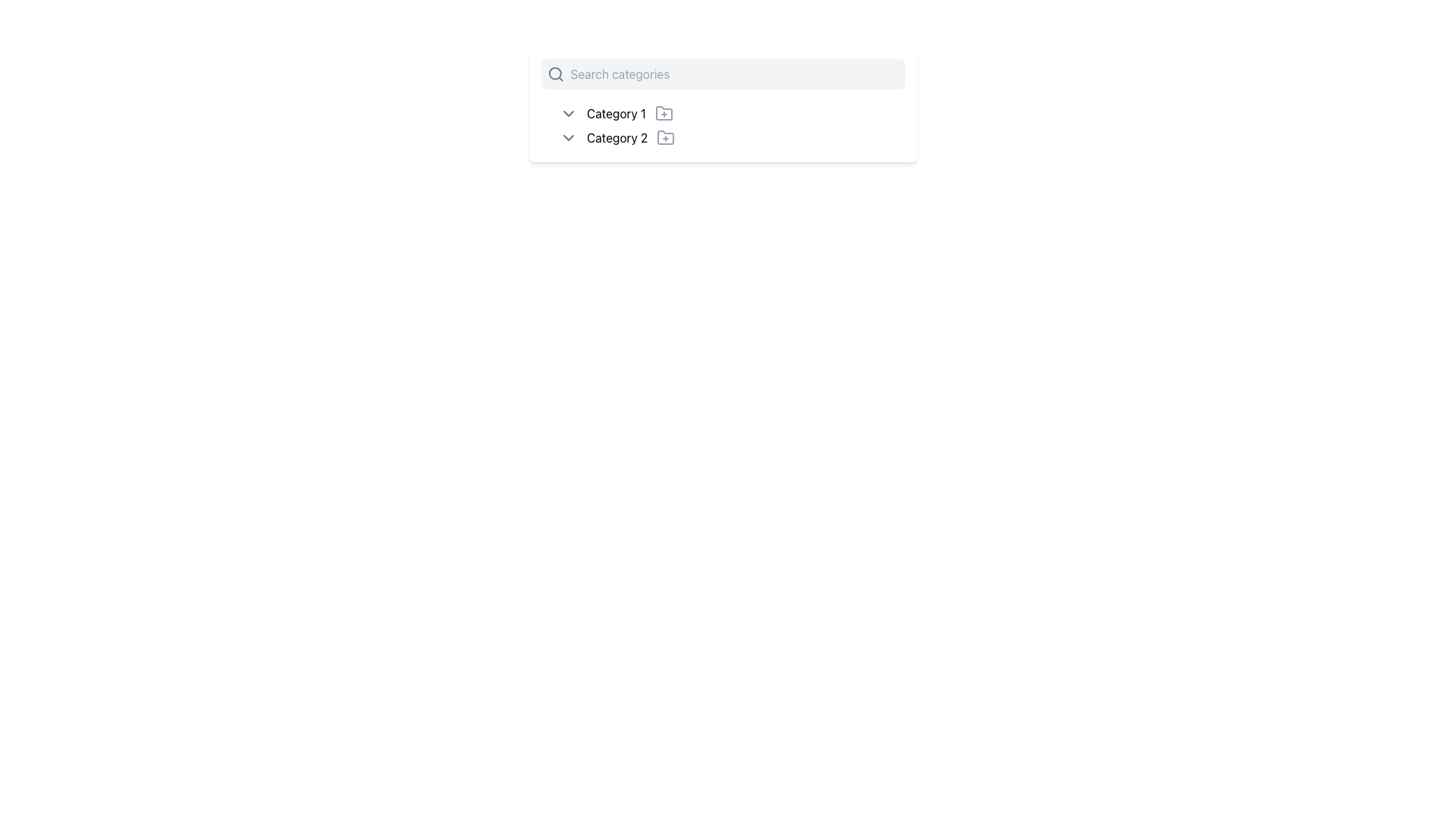 This screenshot has height=819, width=1456. What do you see at coordinates (666, 137) in the screenshot?
I see `the folder icon located to the right of the label 'Category 2'` at bounding box center [666, 137].